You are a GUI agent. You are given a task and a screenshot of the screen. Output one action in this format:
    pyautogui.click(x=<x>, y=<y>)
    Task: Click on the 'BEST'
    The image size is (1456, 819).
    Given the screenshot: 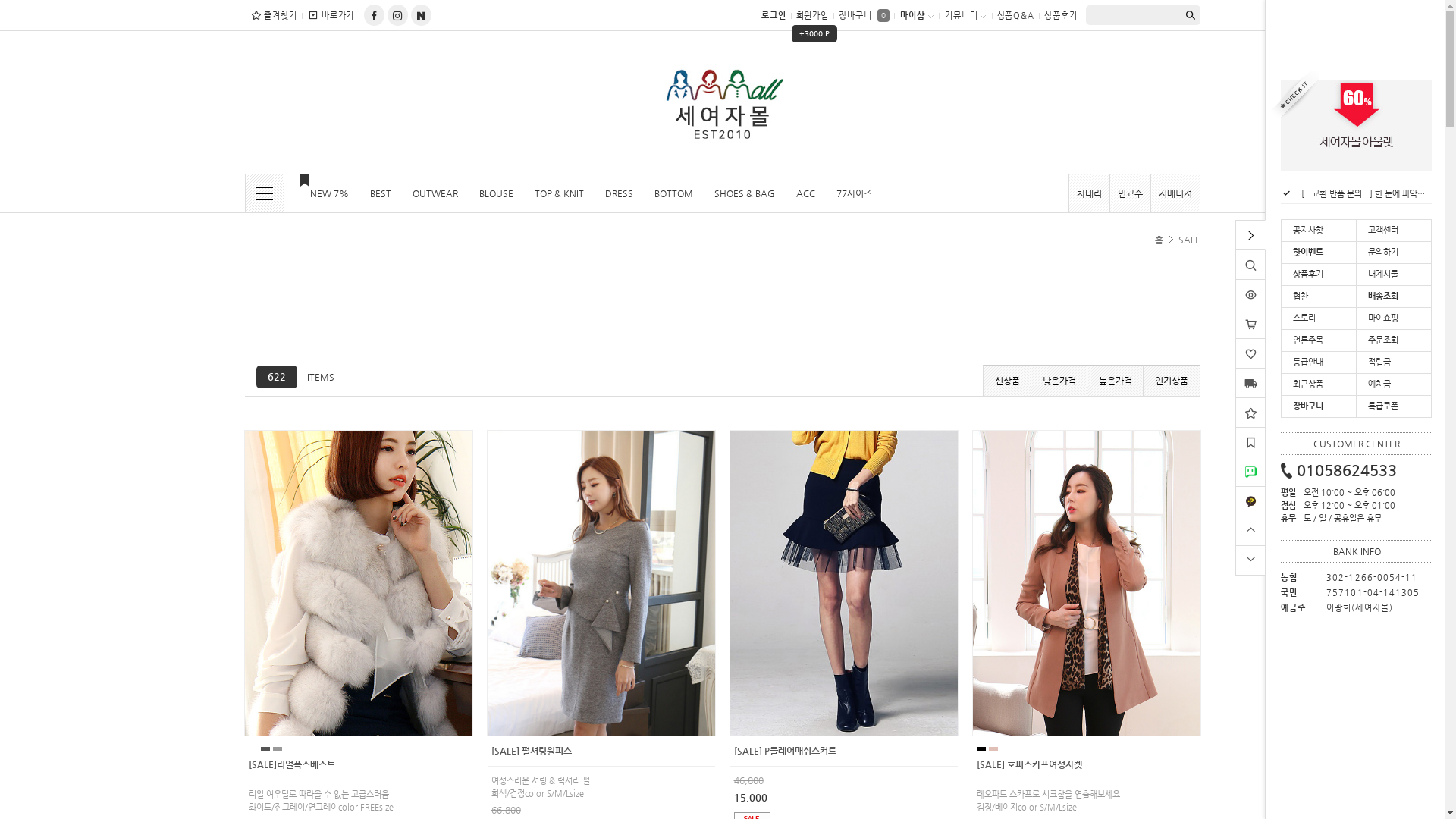 What is the action you would take?
    pyautogui.click(x=381, y=192)
    